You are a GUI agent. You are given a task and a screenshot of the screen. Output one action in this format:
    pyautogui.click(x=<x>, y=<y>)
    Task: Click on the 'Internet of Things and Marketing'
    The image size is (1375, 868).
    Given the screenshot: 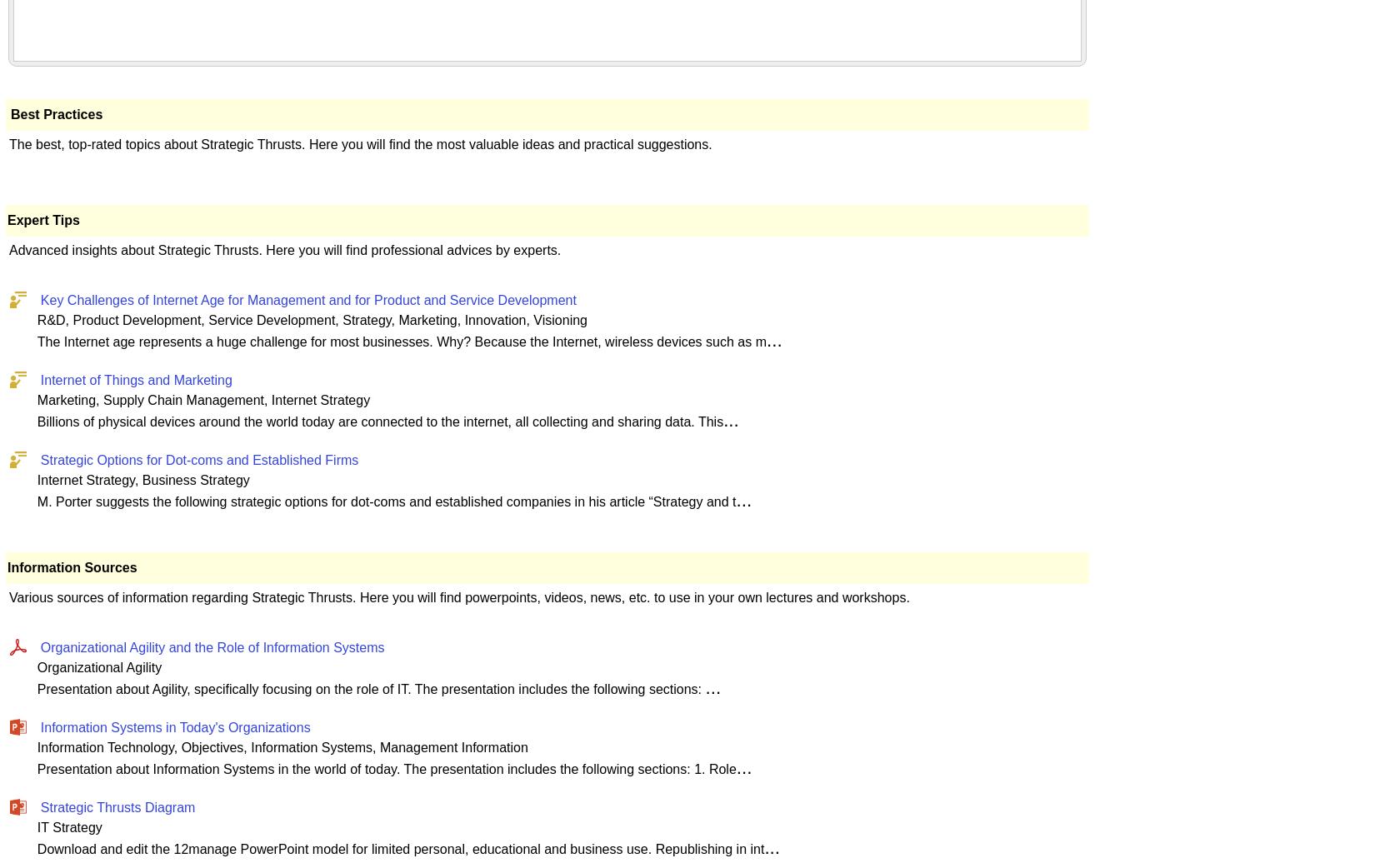 What is the action you would take?
    pyautogui.click(x=136, y=379)
    